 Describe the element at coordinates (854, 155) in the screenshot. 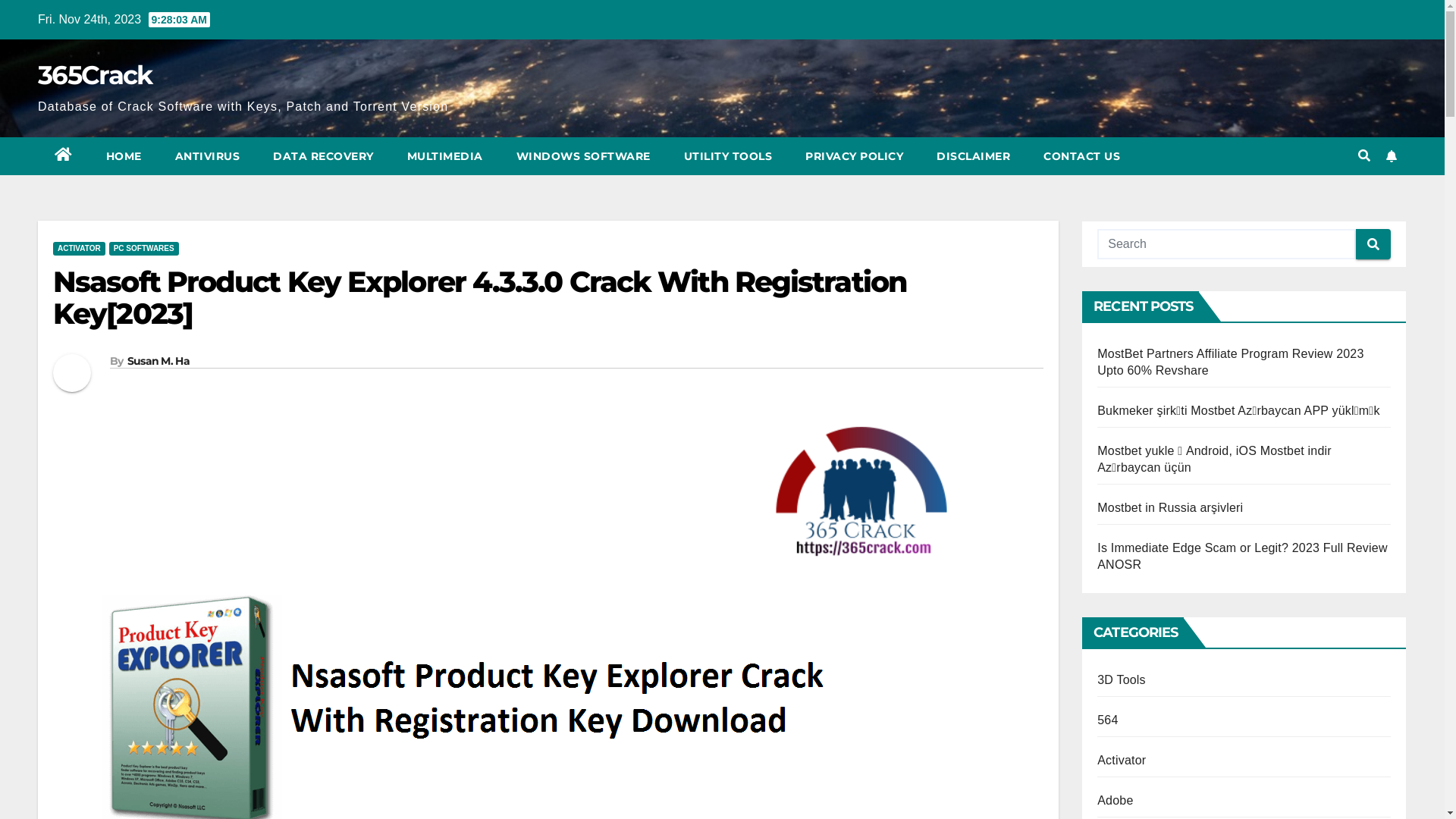

I see `'PRIVACY POLICY'` at that location.